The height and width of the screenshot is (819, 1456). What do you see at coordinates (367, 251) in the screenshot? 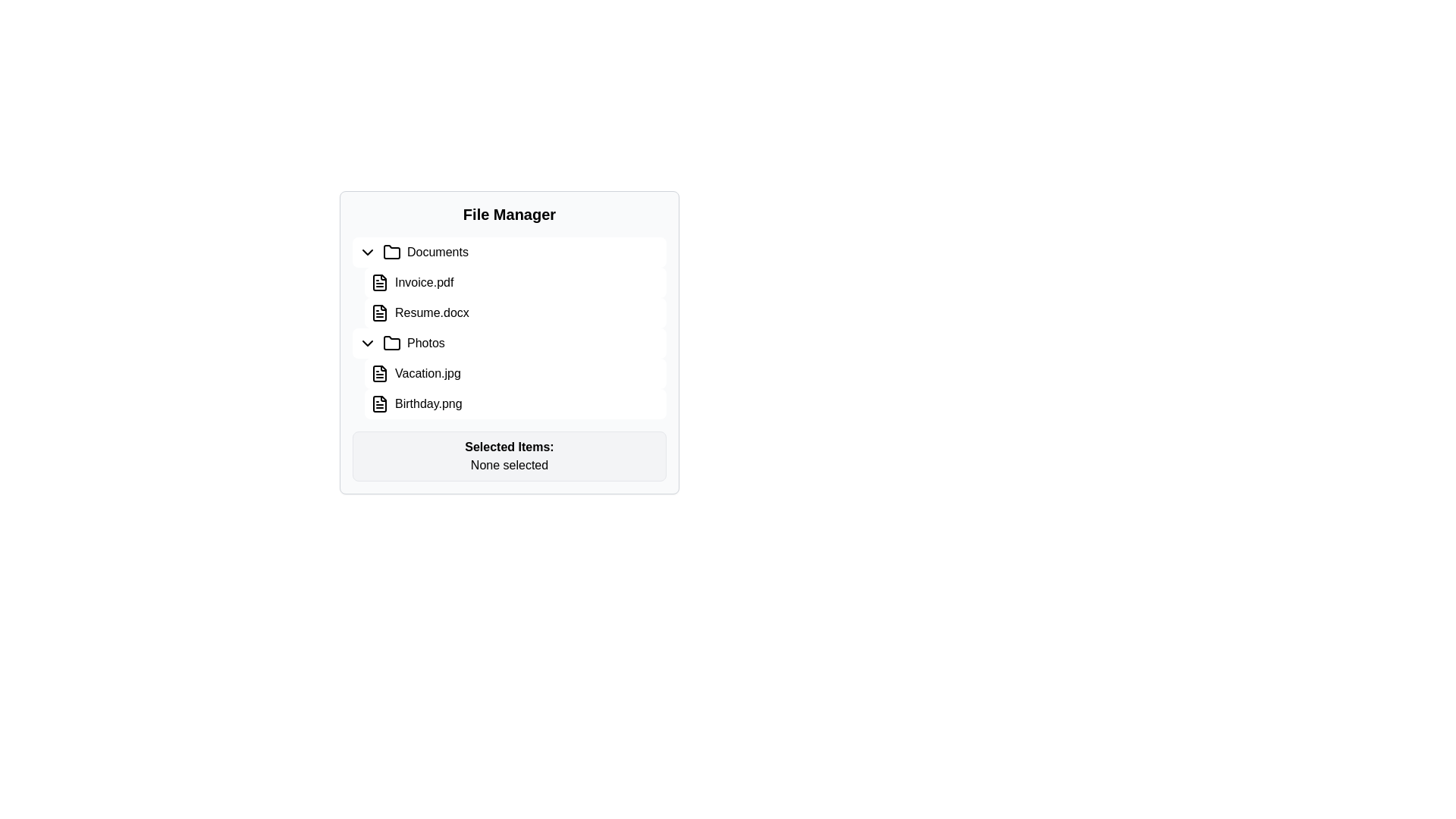
I see `the downward-facing chevron icon located to the left of the 'Documents' label` at bounding box center [367, 251].